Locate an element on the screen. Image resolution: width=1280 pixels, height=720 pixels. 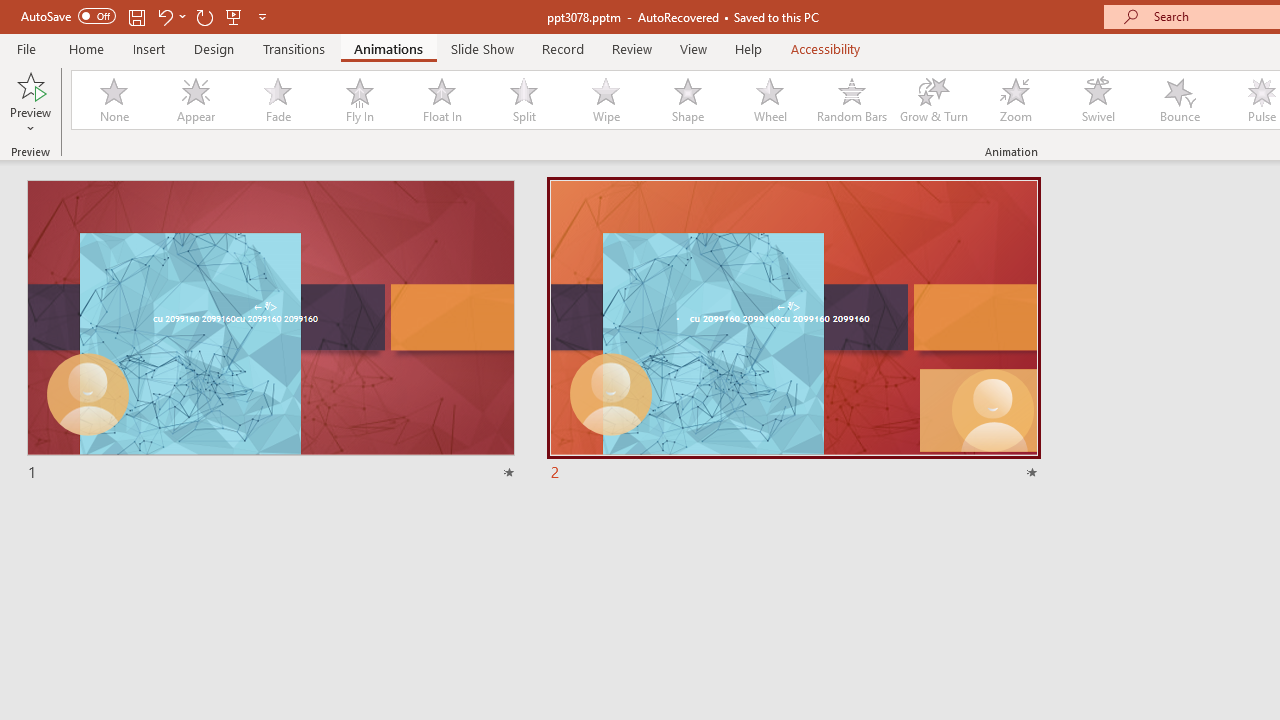
'None' is located at coordinates (112, 100).